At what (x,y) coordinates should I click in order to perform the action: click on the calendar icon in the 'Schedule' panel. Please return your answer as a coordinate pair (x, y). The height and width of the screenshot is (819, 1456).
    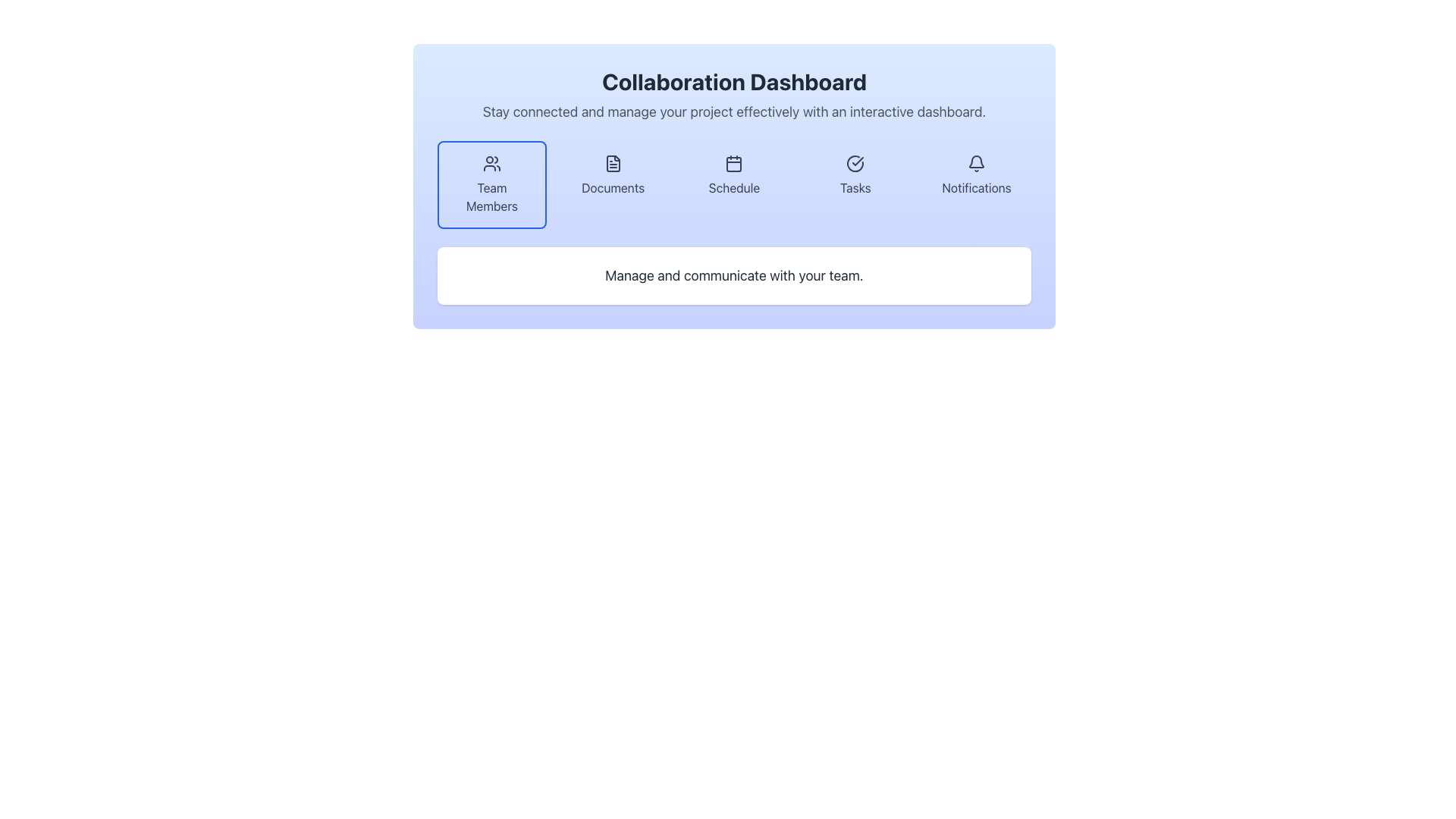
    Looking at the image, I should click on (734, 164).